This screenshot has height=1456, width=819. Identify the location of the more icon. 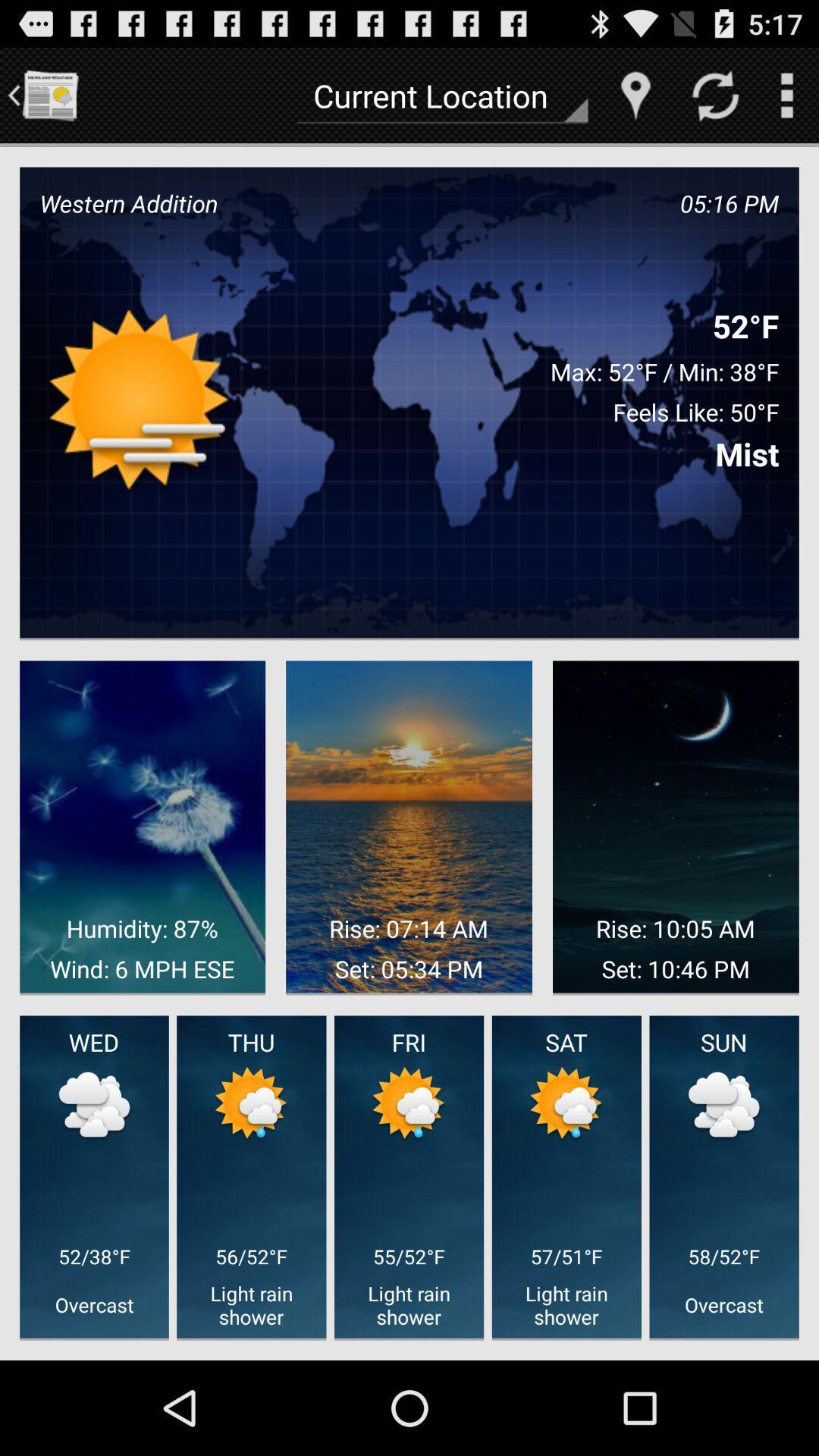
(786, 101).